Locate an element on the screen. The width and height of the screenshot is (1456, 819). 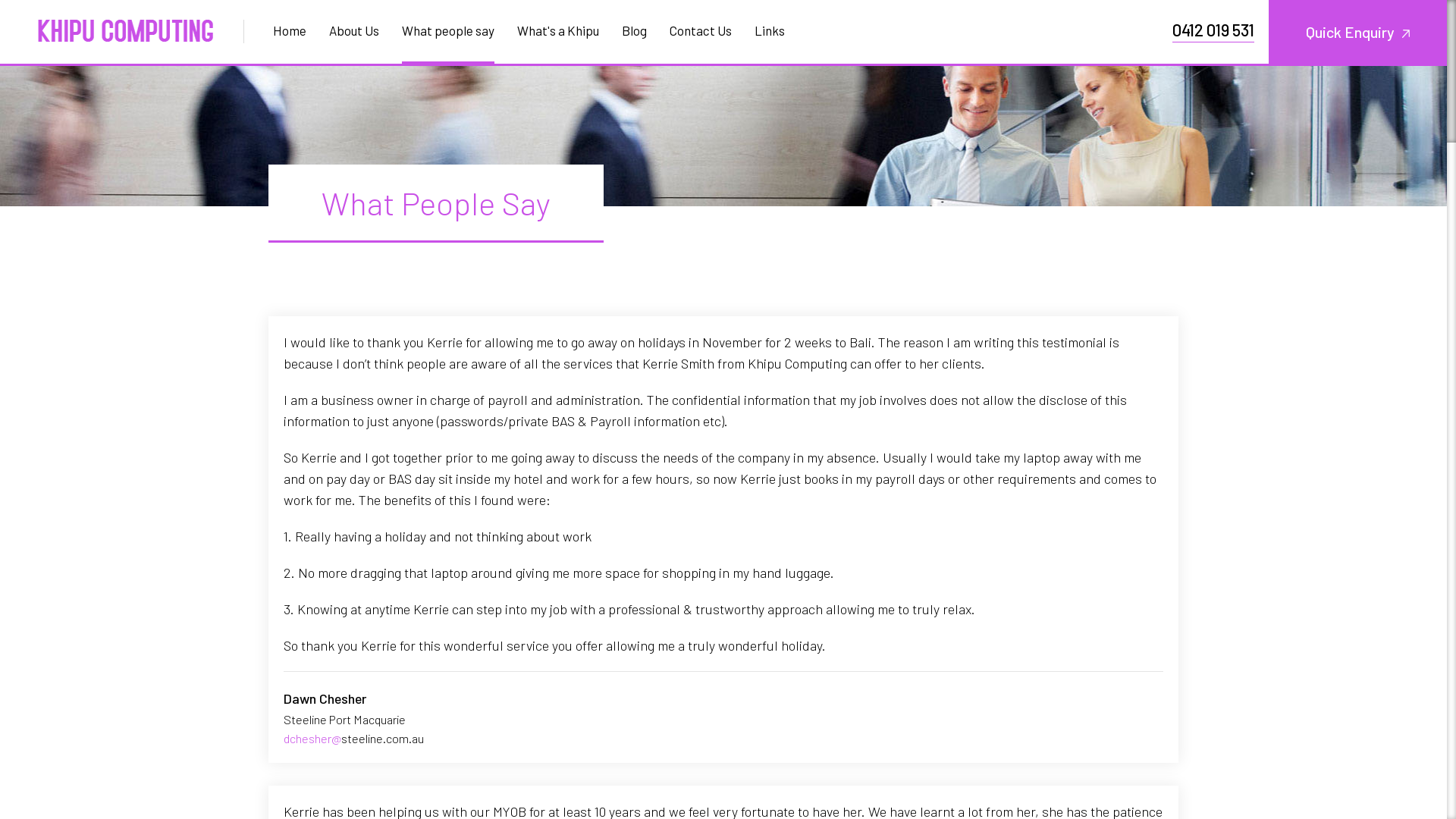
'dchesher@' is located at coordinates (284, 737).